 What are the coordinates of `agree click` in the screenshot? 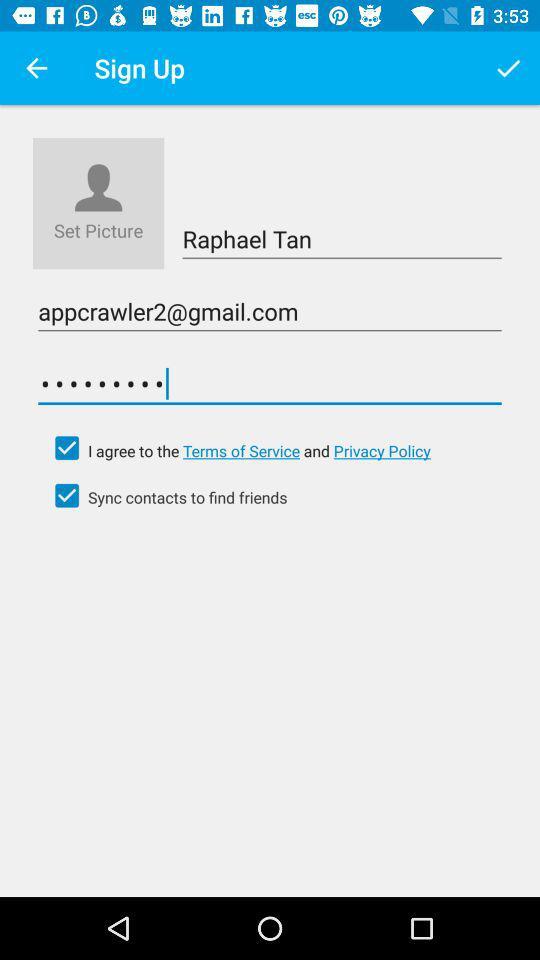 It's located at (67, 448).